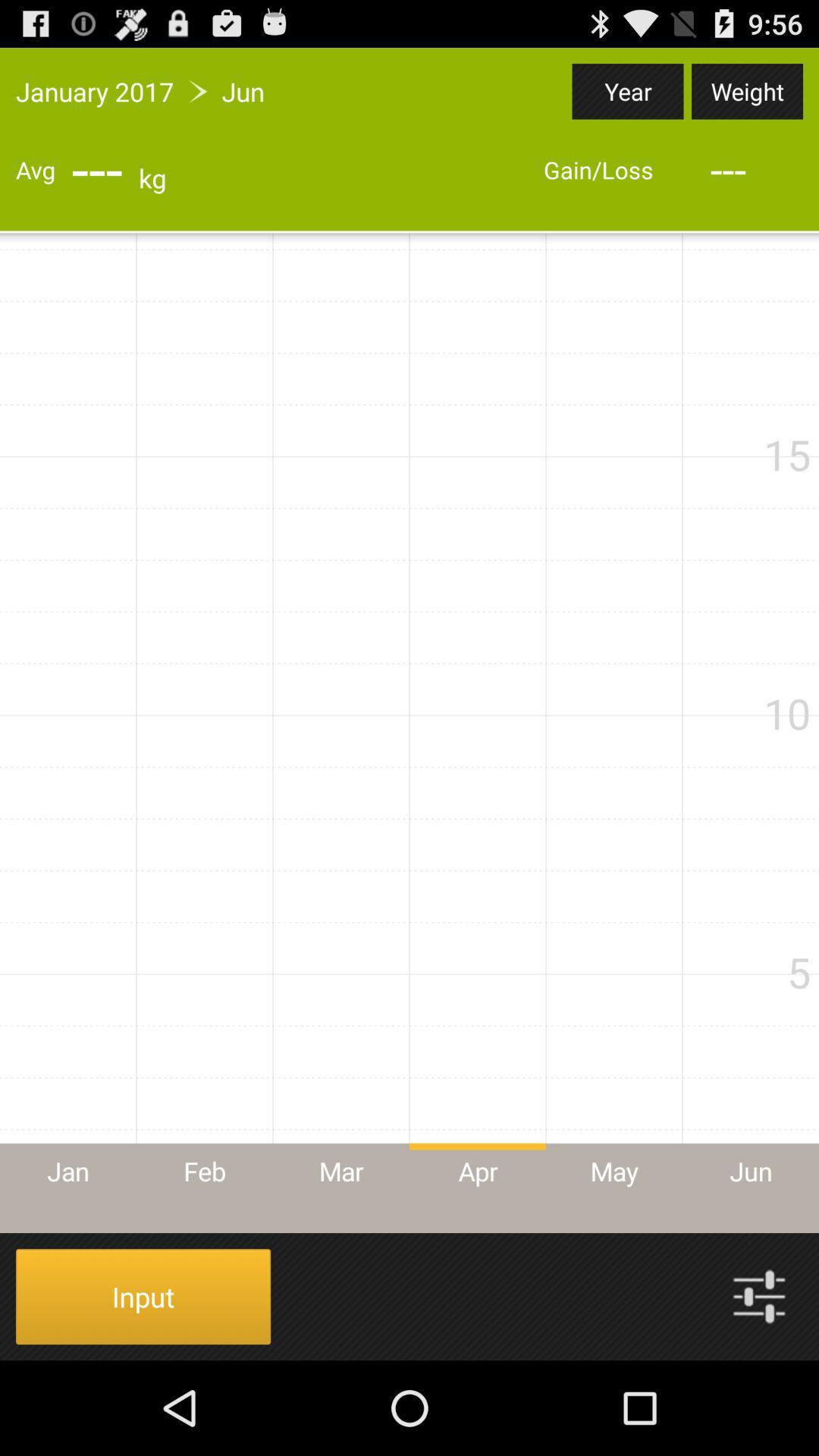 This screenshot has width=819, height=1456. Describe the element at coordinates (628, 90) in the screenshot. I see `the icon to the right of jun icon` at that location.